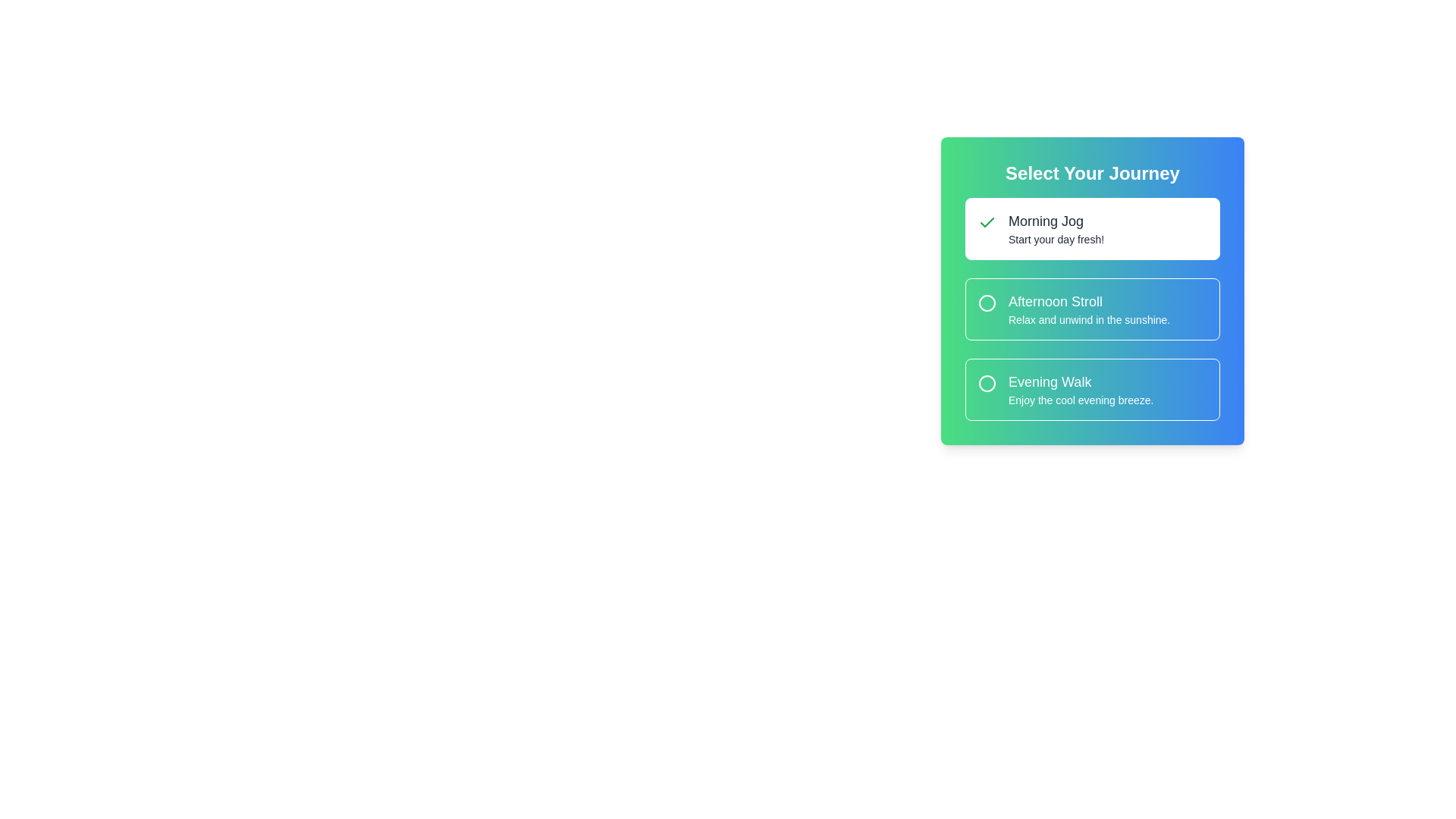 This screenshot has height=819, width=1456. What do you see at coordinates (987, 303) in the screenshot?
I see `the radio button next to the 'Afternoon Stroll' option` at bounding box center [987, 303].